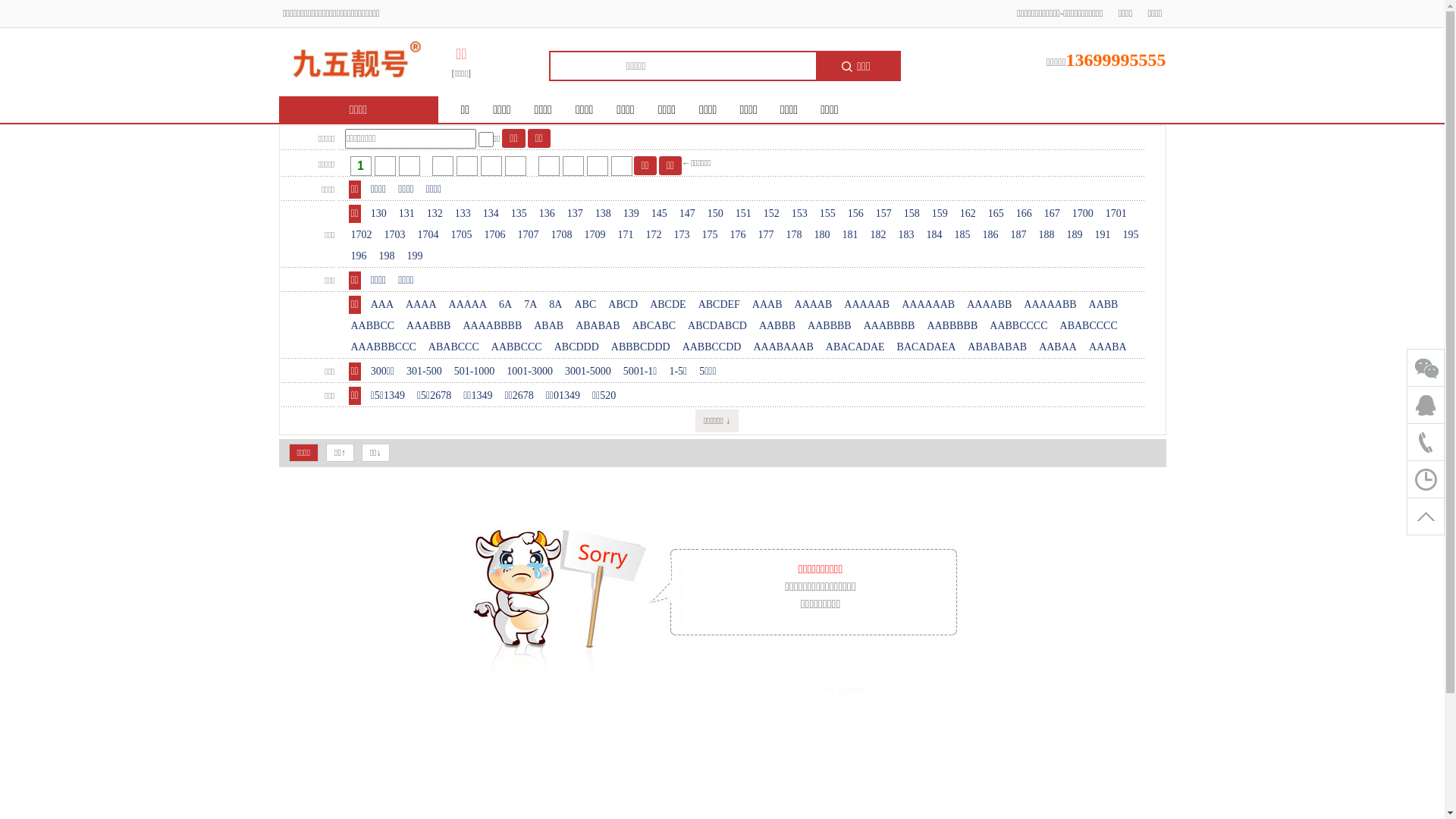 The width and height of the screenshot is (1456, 819). Describe the element at coordinates (491, 213) in the screenshot. I see `'134'` at that location.